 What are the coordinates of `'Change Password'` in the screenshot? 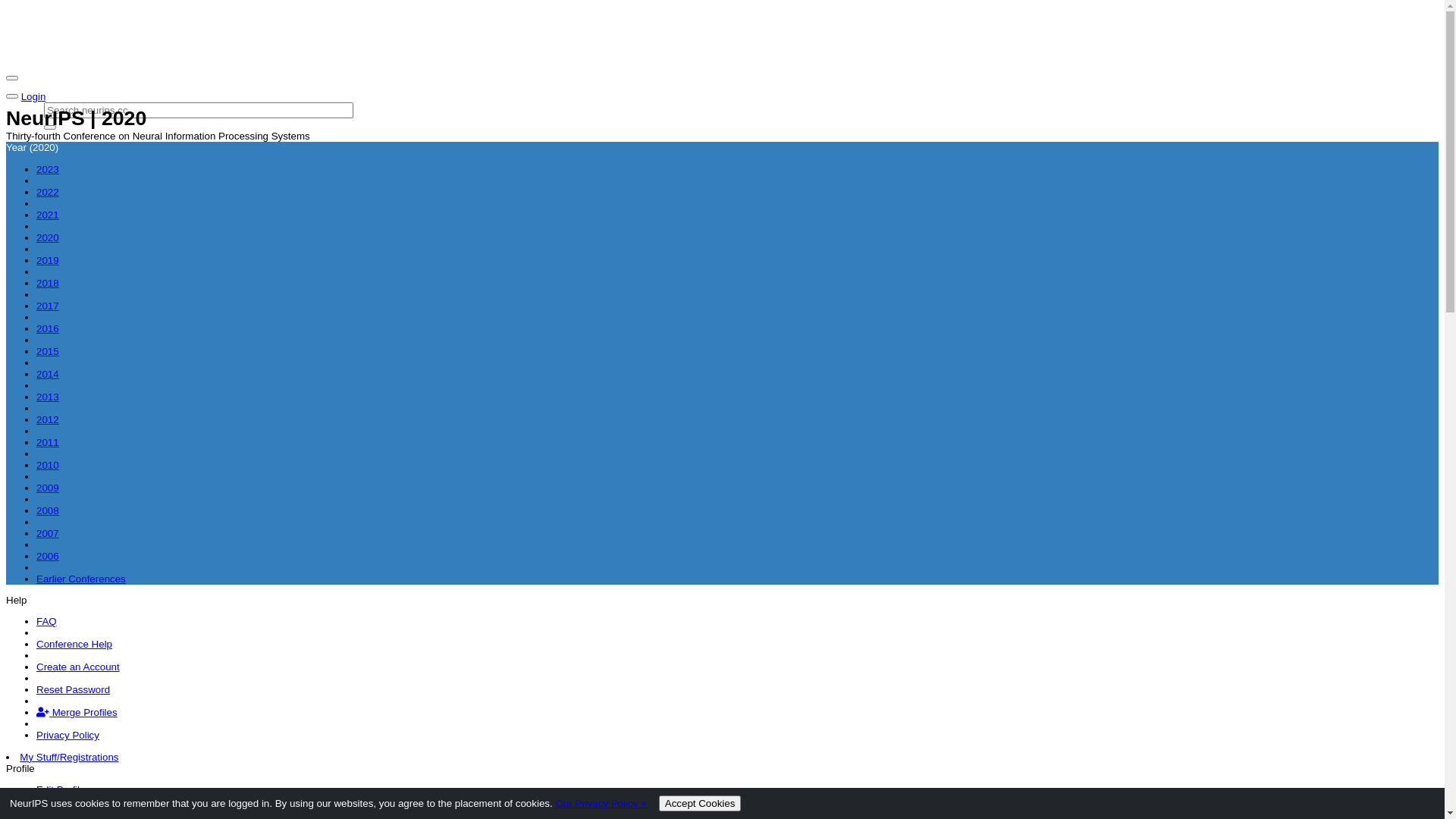 It's located at (77, 811).